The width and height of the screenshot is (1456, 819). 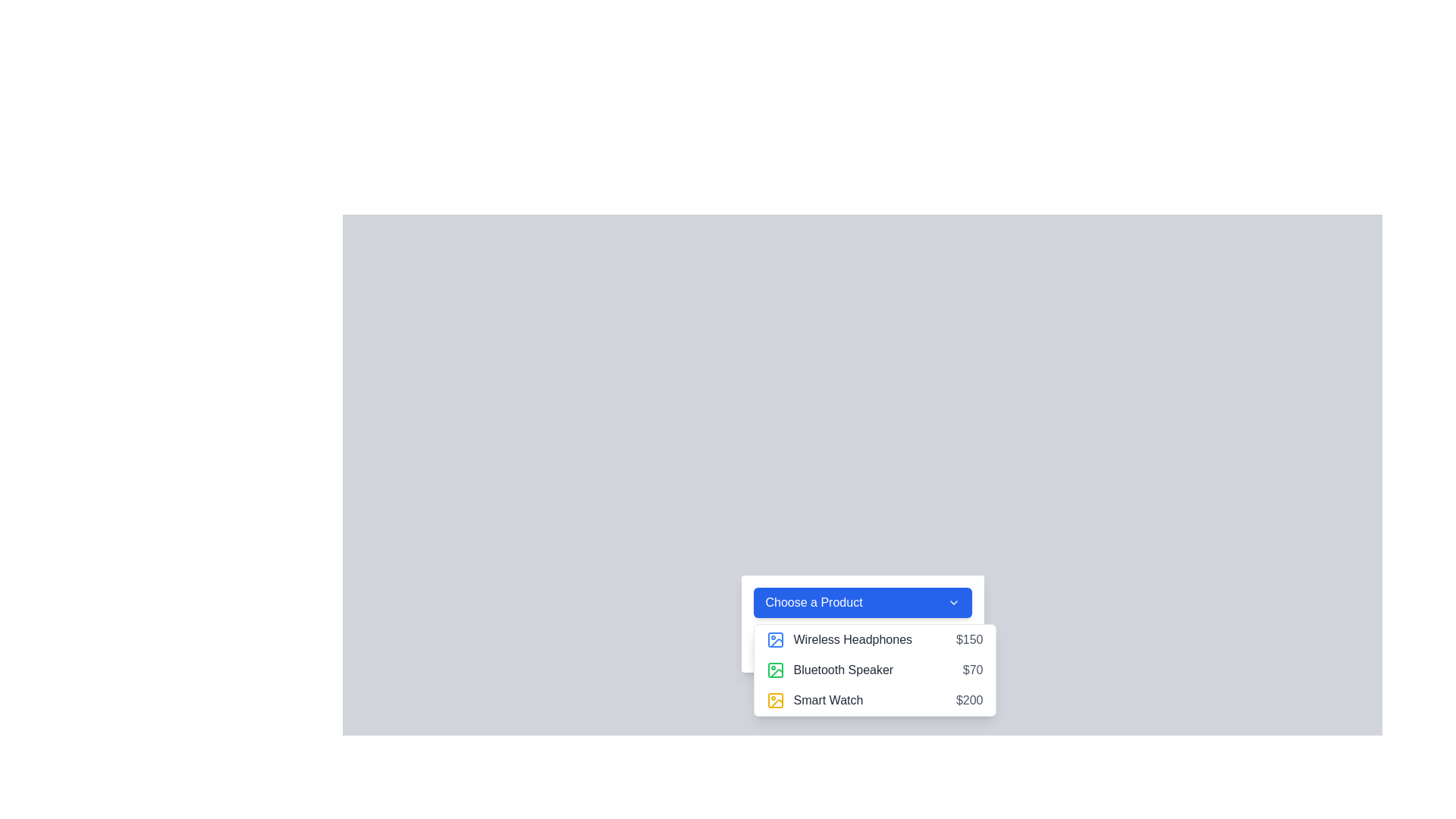 I want to click on the 'Smart Watch' icon located in the third row of the dropdown menu list, positioned to the left of the text 'Smart Watch', so click(x=775, y=701).